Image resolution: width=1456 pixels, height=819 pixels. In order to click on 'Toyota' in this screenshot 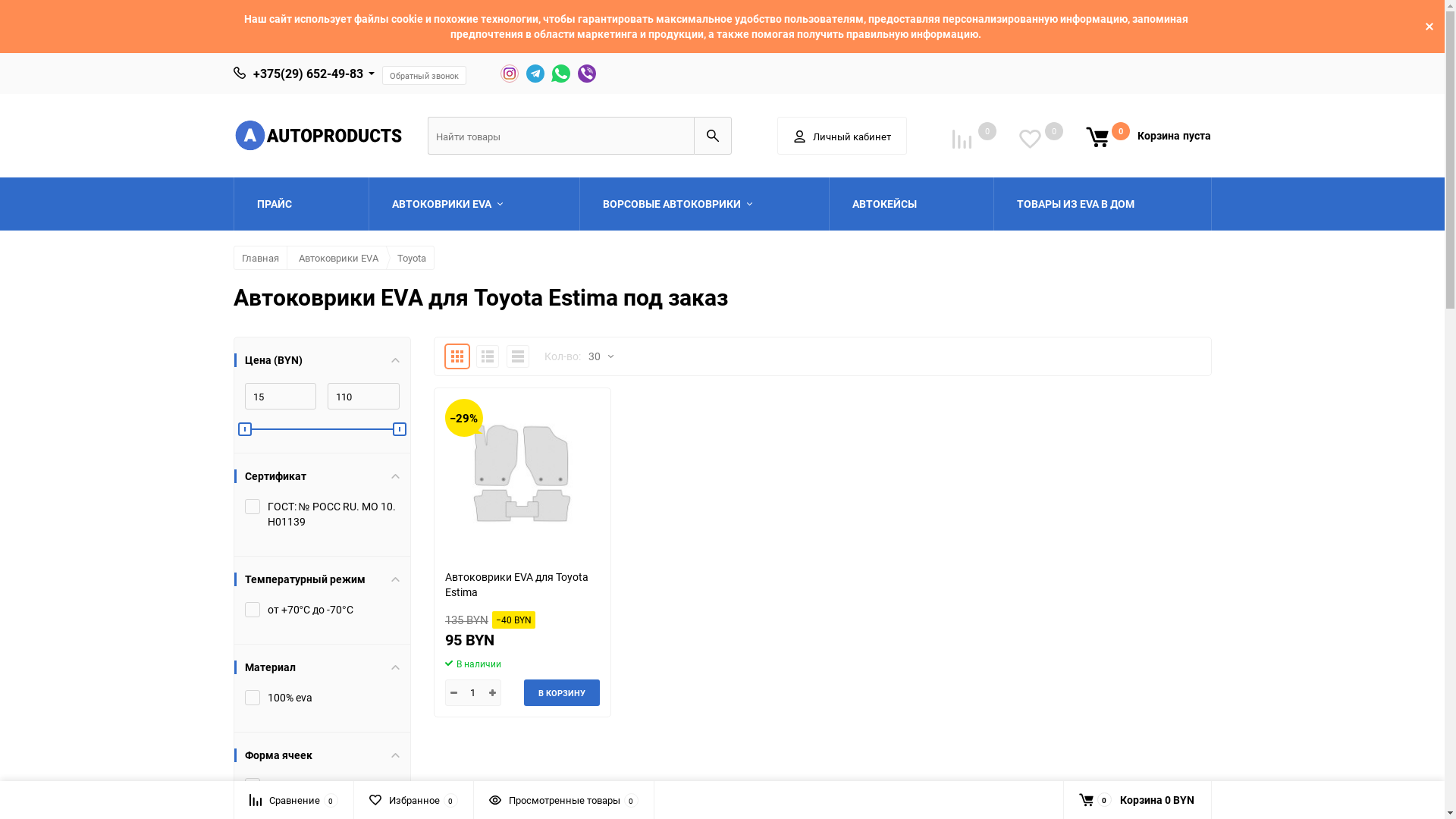, I will do `click(411, 256)`.